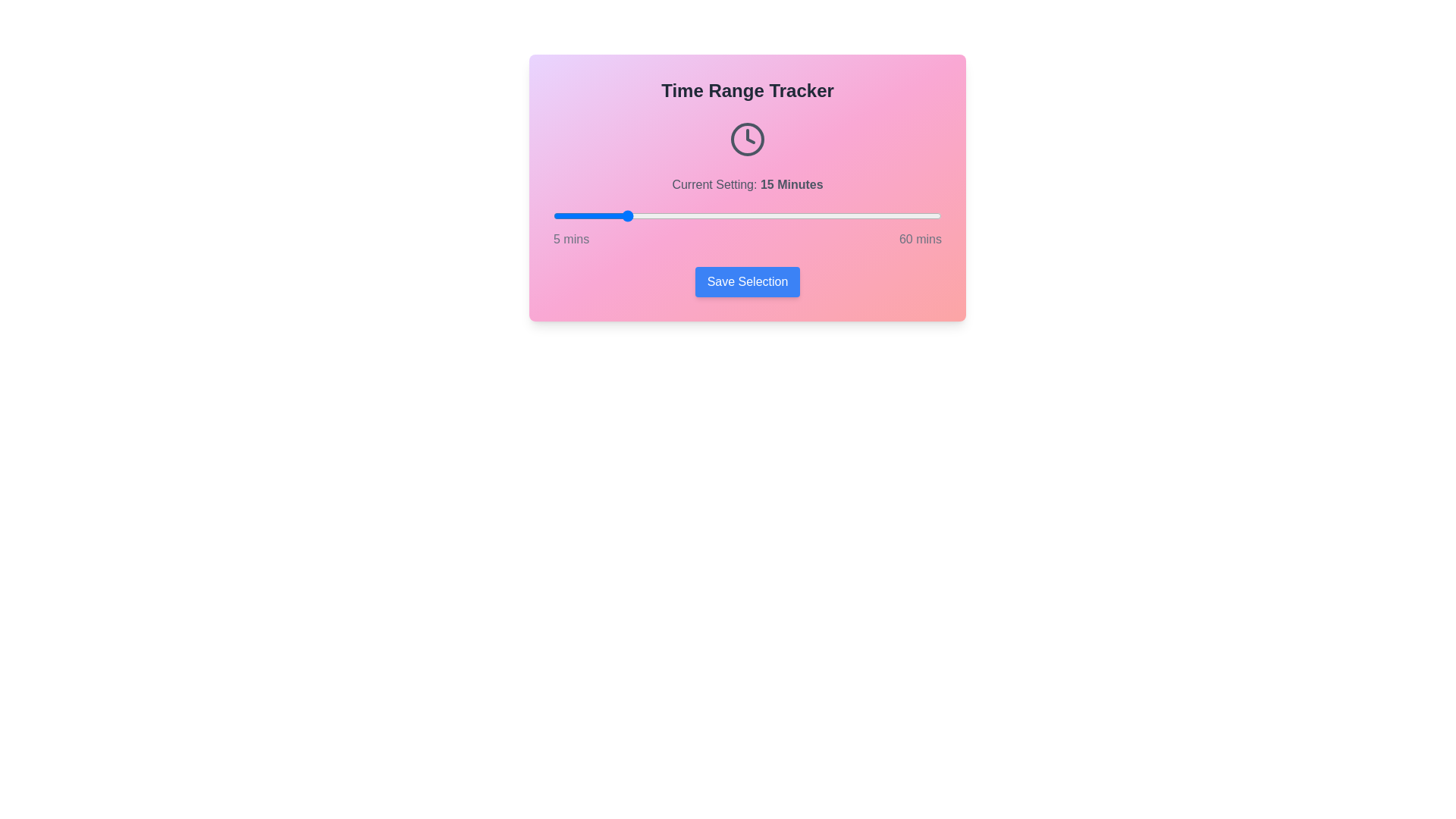 This screenshot has width=1456, height=819. What do you see at coordinates (934, 216) in the screenshot?
I see `the time range slider to 59 minutes` at bounding box center [934, 216].